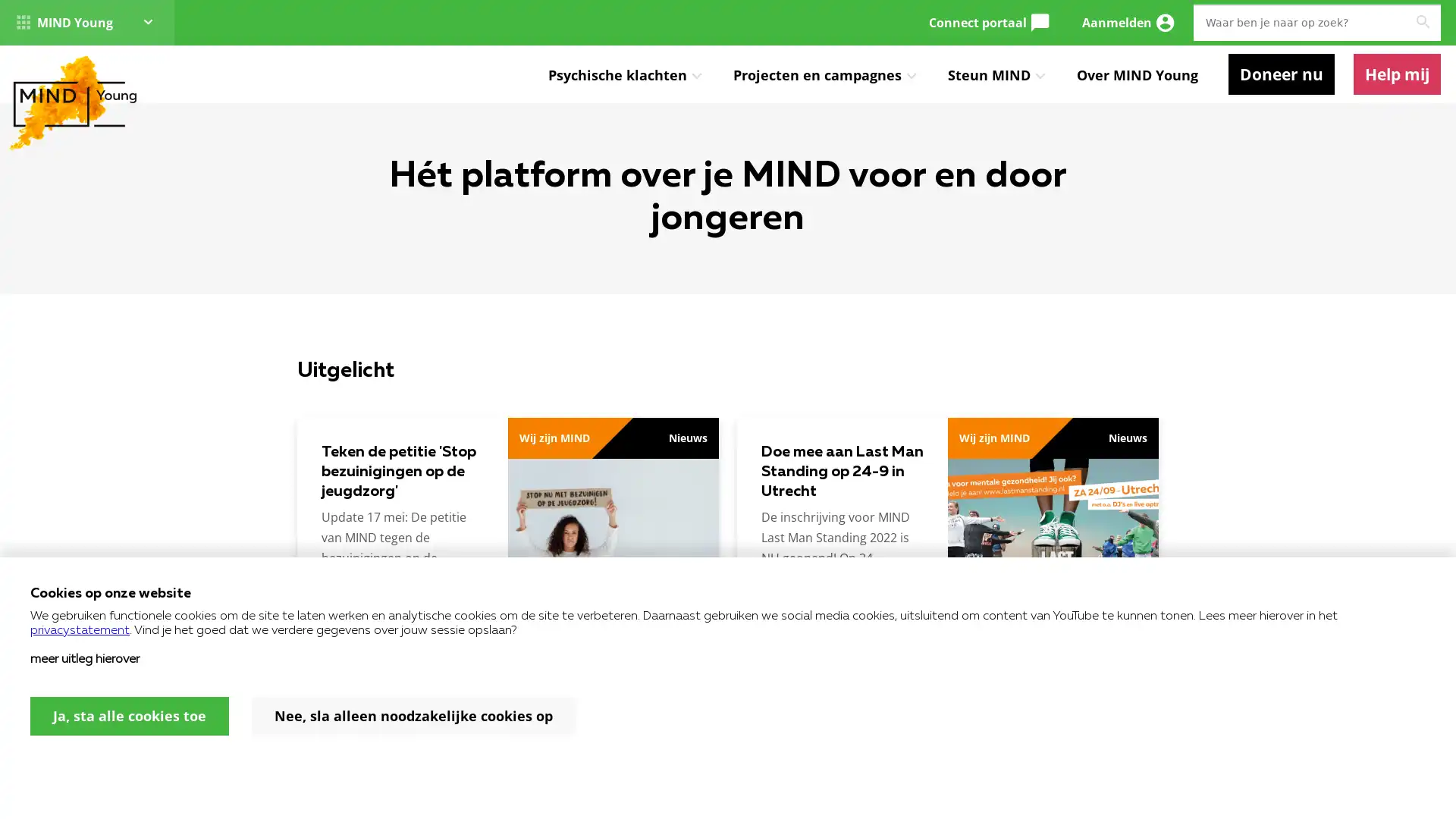 Image resolution: width=1456 pixels, height=819 pixels. I want to click on Ja, sta alle cookies toe, so click(130, 716).